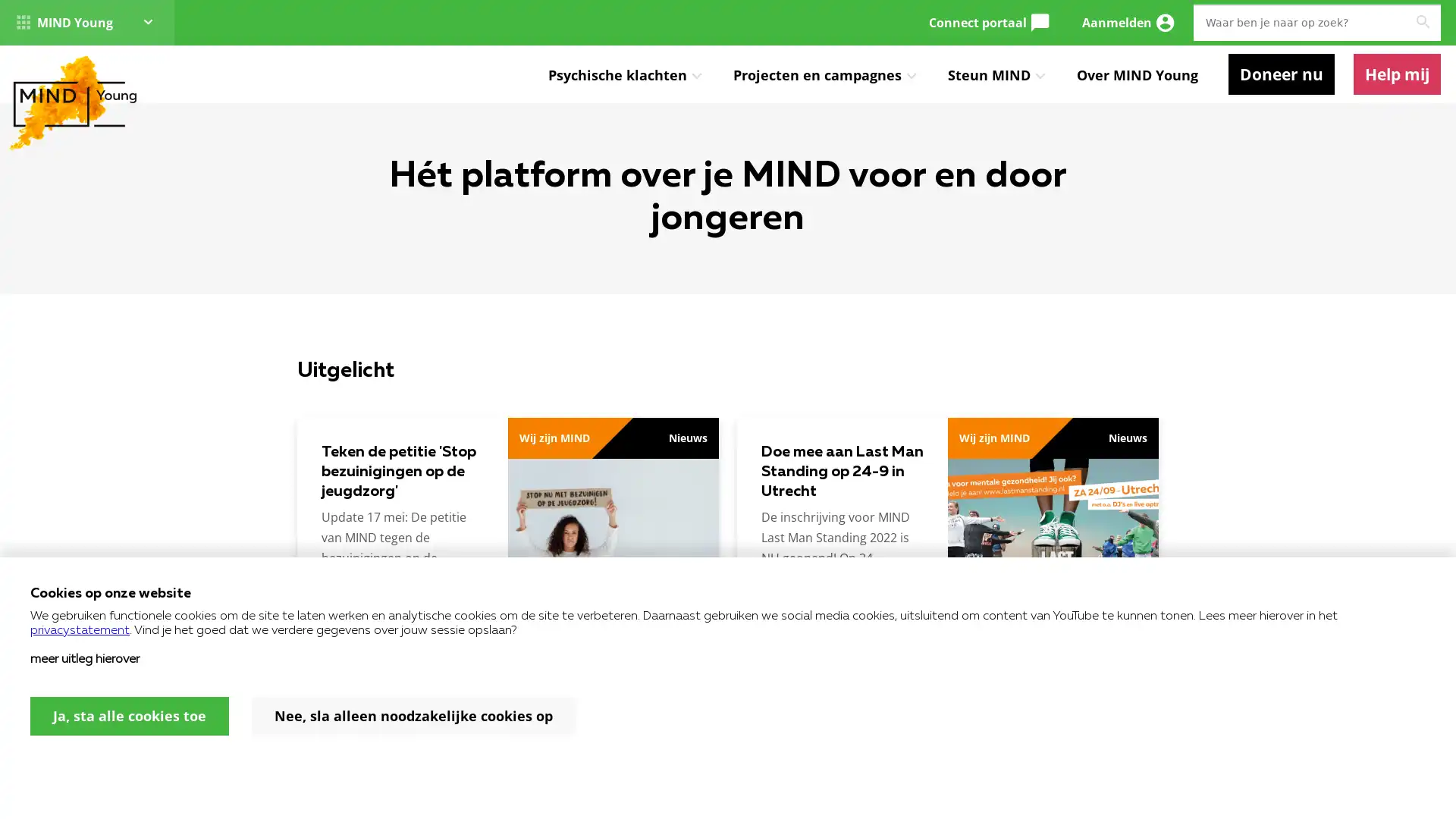 Image resolution: width=1456 pixels, height=819 pixels. I want to click on Ja, sta alle cookies toe, so click(130, 716).